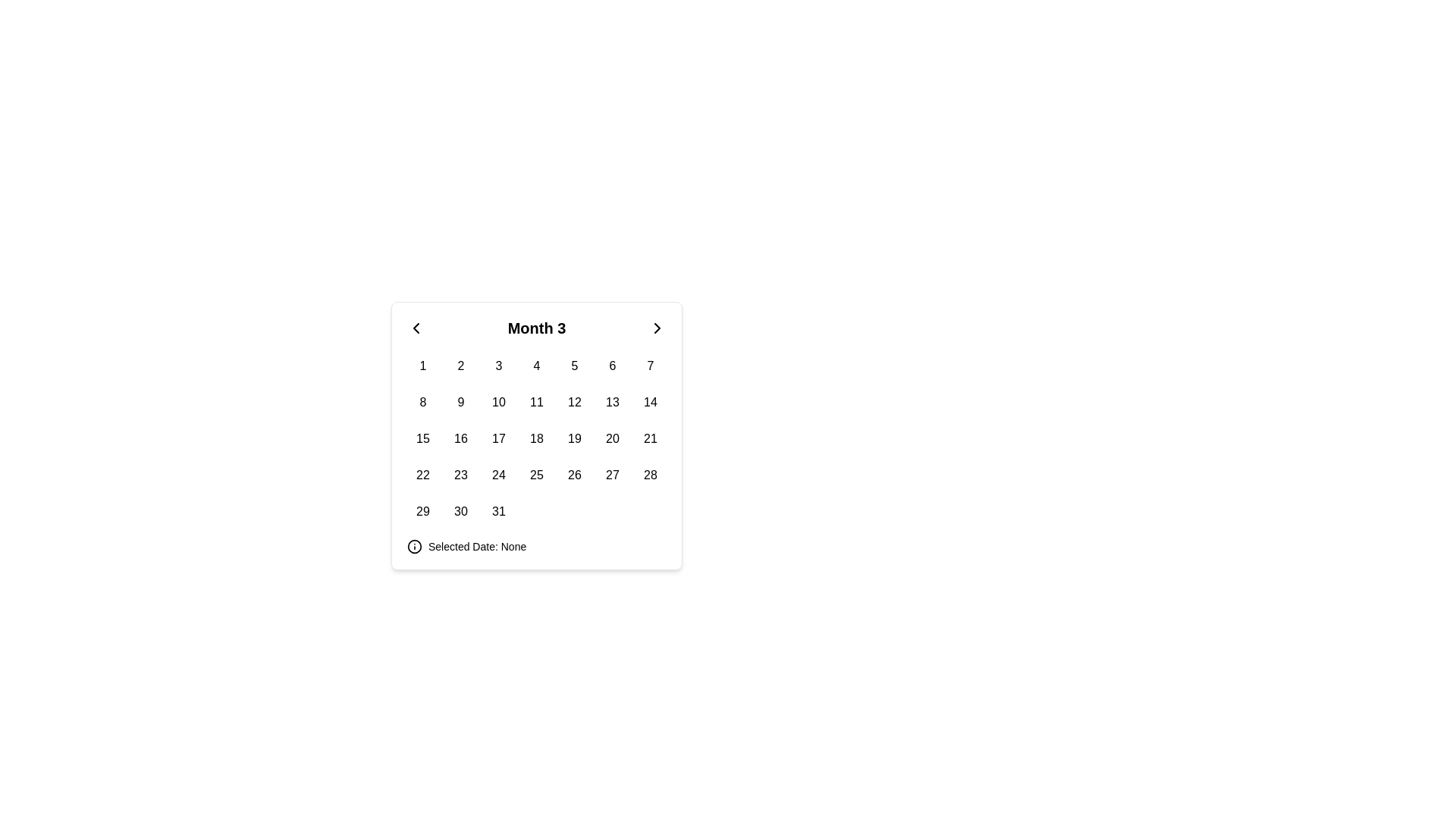 This screenshot has width=1456, height=819. I want to click on the selectable calendar date located in the fourth row and second column of the calendar grid below the 'Month 3' header, so click(460, 475).